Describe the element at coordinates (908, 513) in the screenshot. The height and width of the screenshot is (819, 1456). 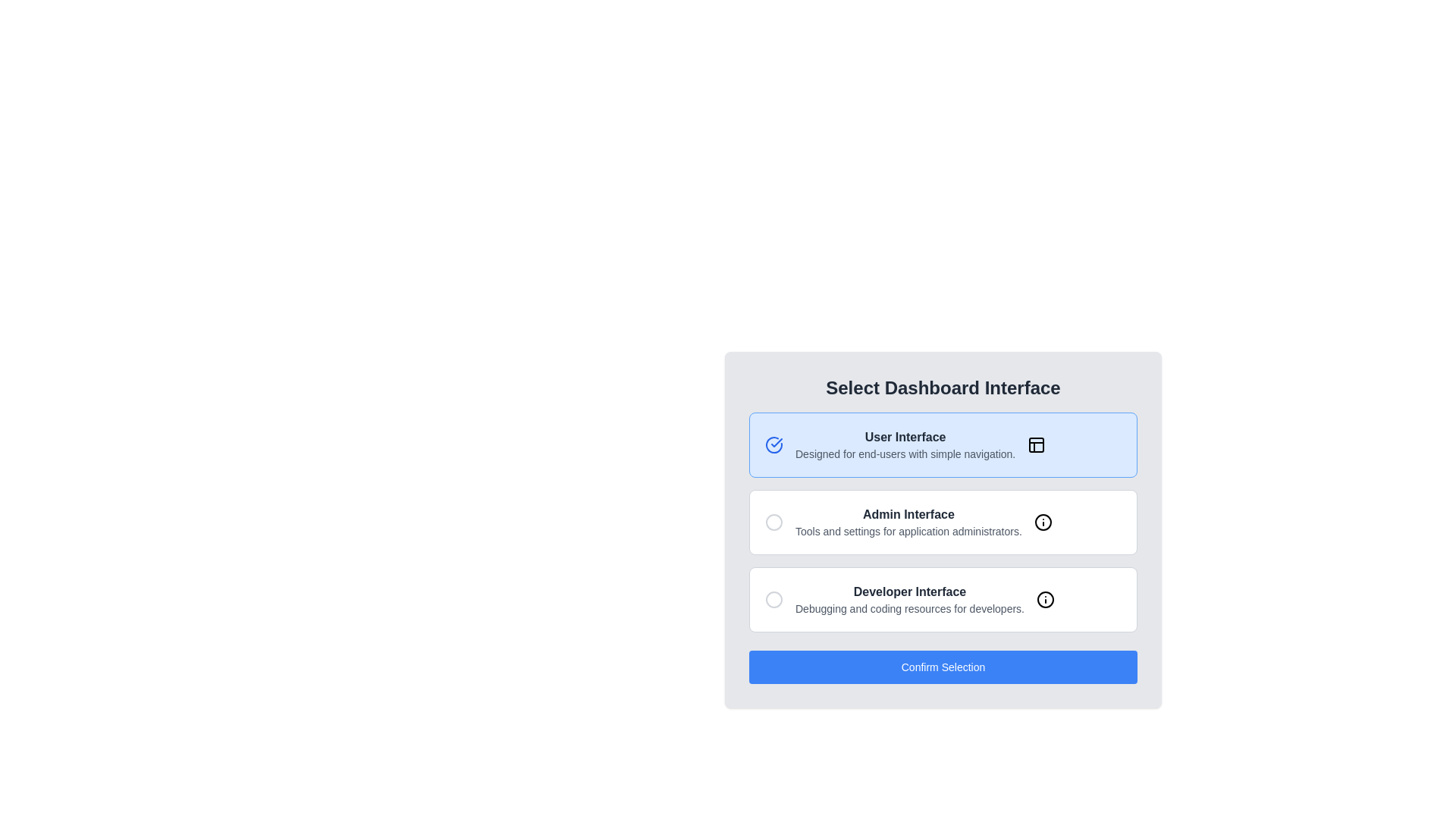
I see `the 'Admin Interface' text label located in the second option section of the interface selection card, which is positioned between 'User Interface' and 'Developer Interface'` at that location.